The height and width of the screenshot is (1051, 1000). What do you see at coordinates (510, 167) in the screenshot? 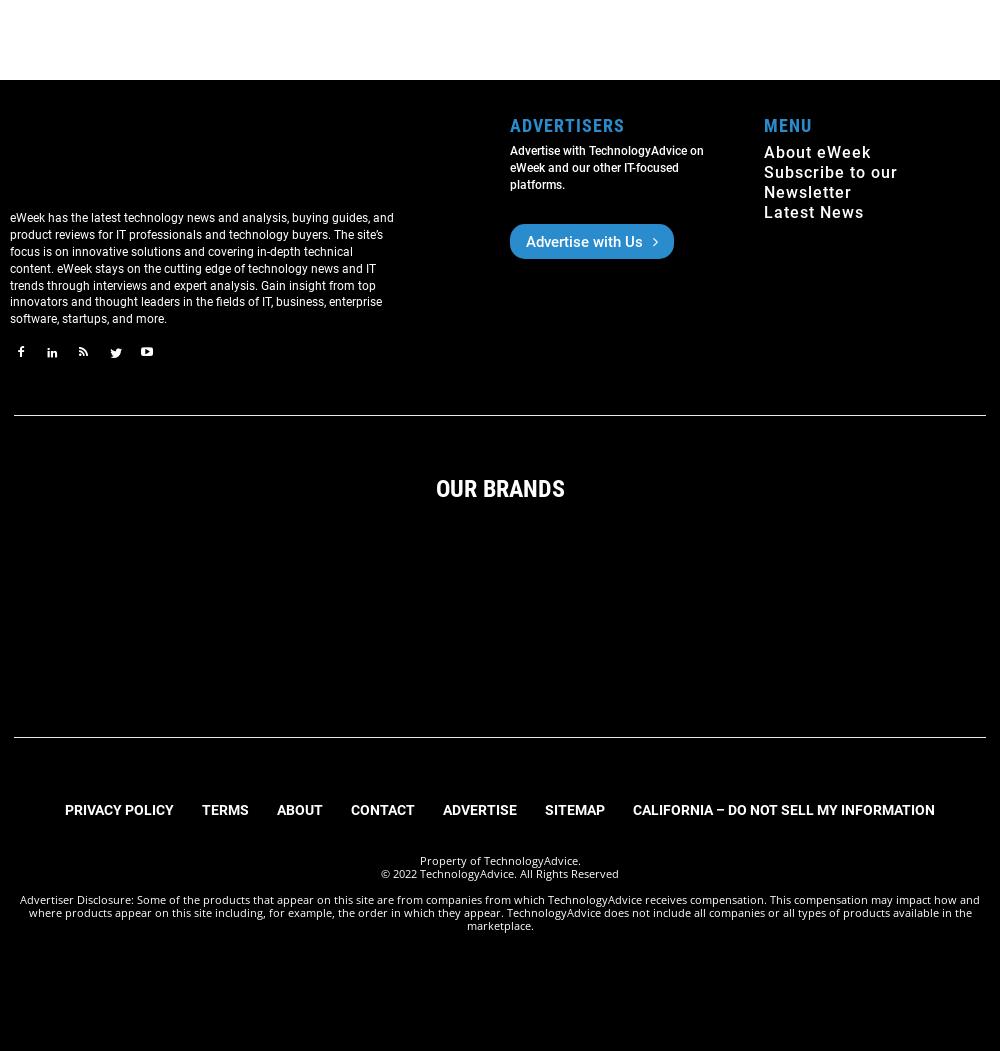
I see `'Advertise with TechnologyAdvice on eWeek and our other IT-focused platforms.'` at bounding box center [510, 167].